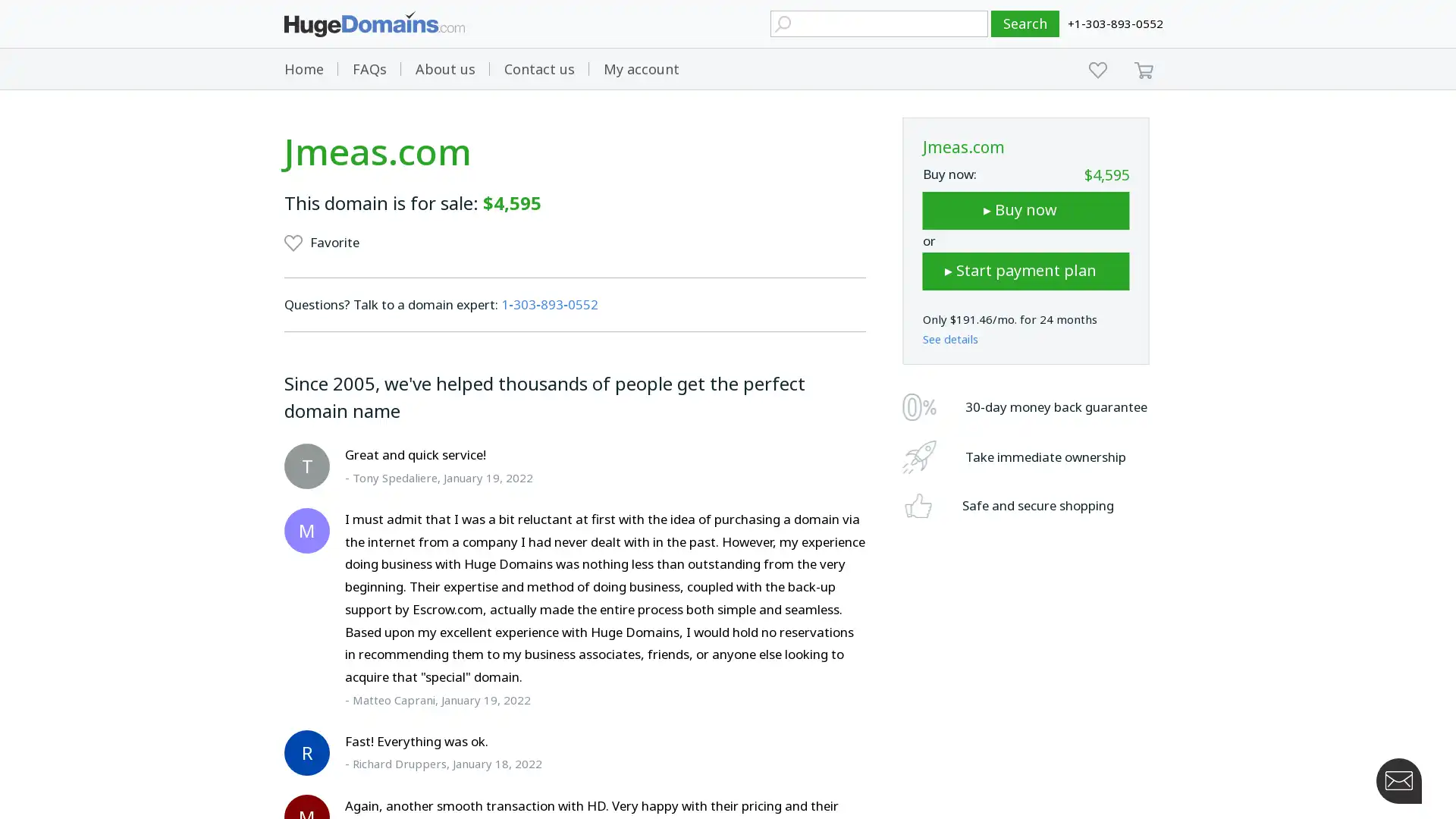 The height and width of the screenshot is (819, 1456). I want to click on Search, so click(1025, 24).